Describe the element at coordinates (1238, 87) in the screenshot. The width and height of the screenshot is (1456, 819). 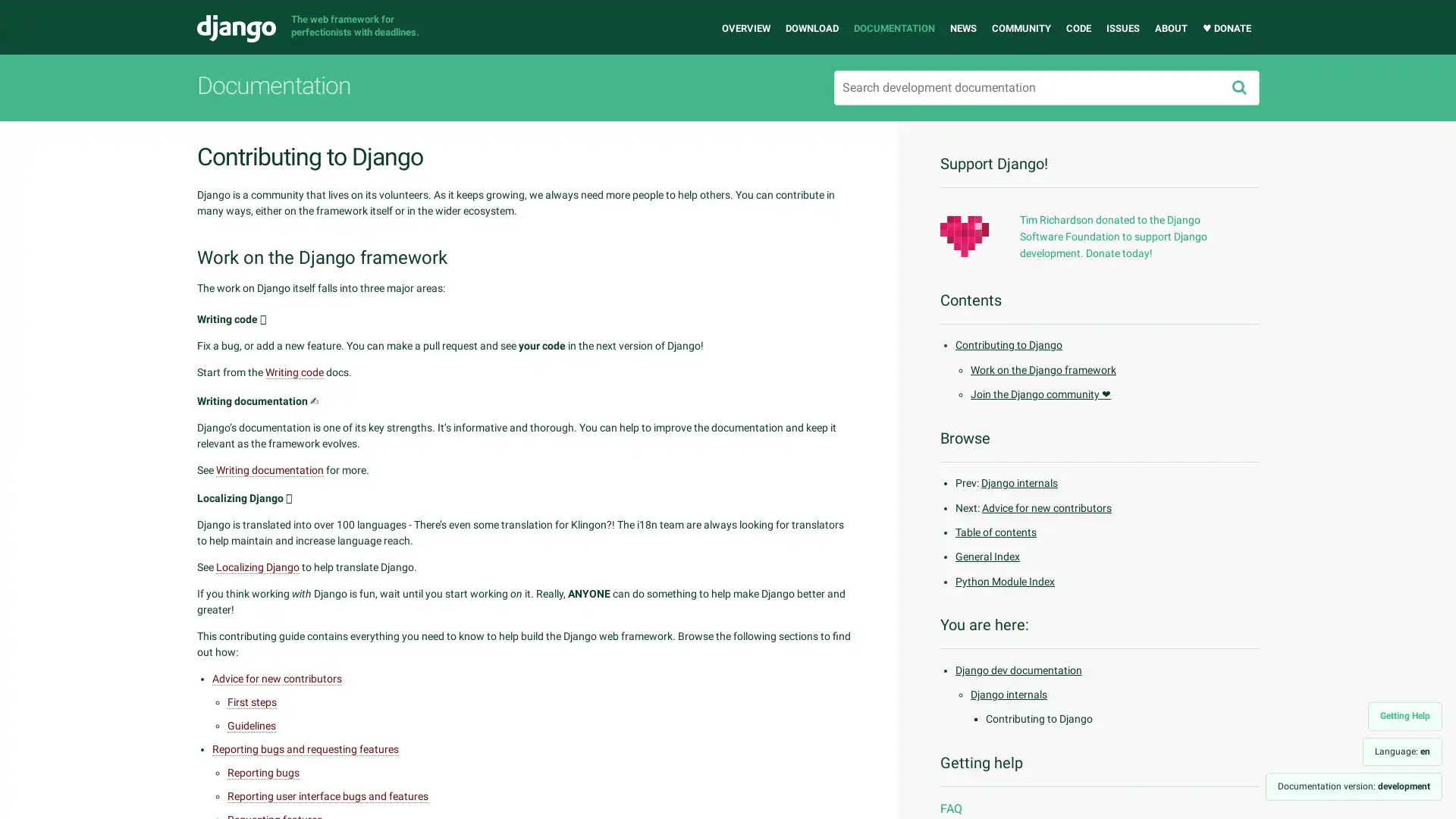
I see `Search` at that location.